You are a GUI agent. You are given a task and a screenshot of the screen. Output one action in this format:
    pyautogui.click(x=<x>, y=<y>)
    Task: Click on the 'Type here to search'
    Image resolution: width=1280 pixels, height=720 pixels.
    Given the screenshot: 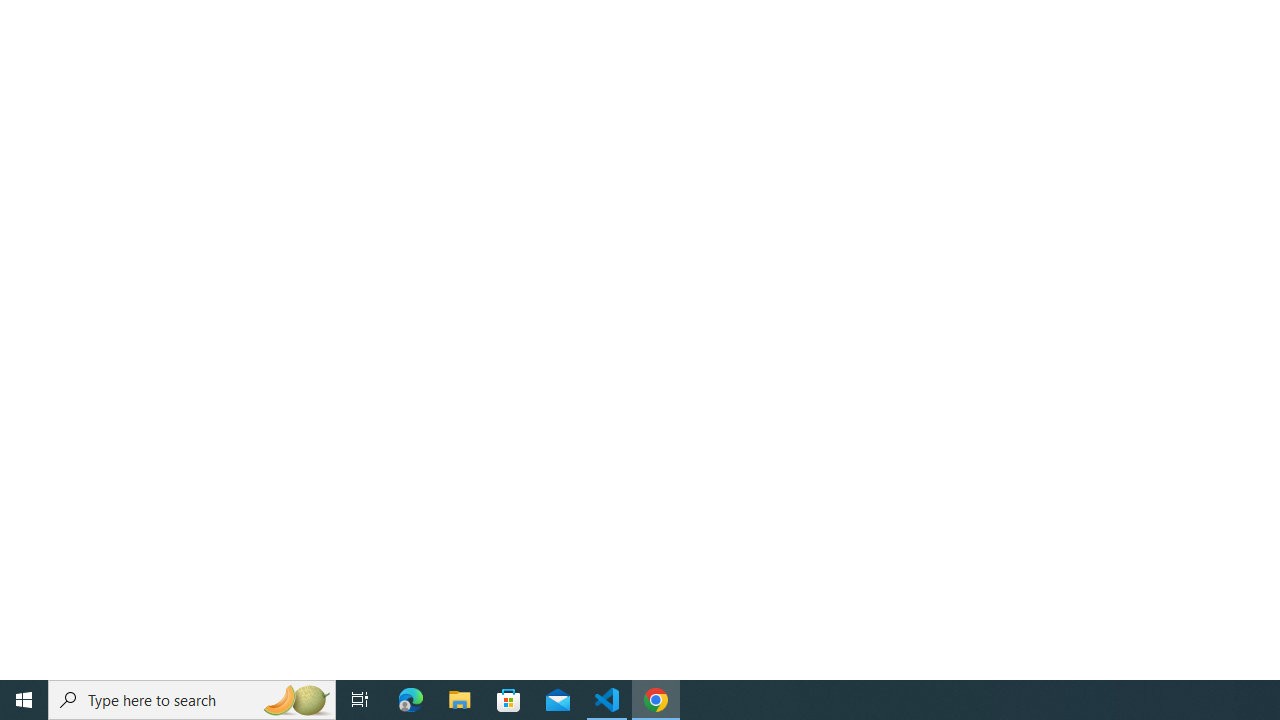 What is the action you would take?
    pyautogui.click(x=192, y=698)
    